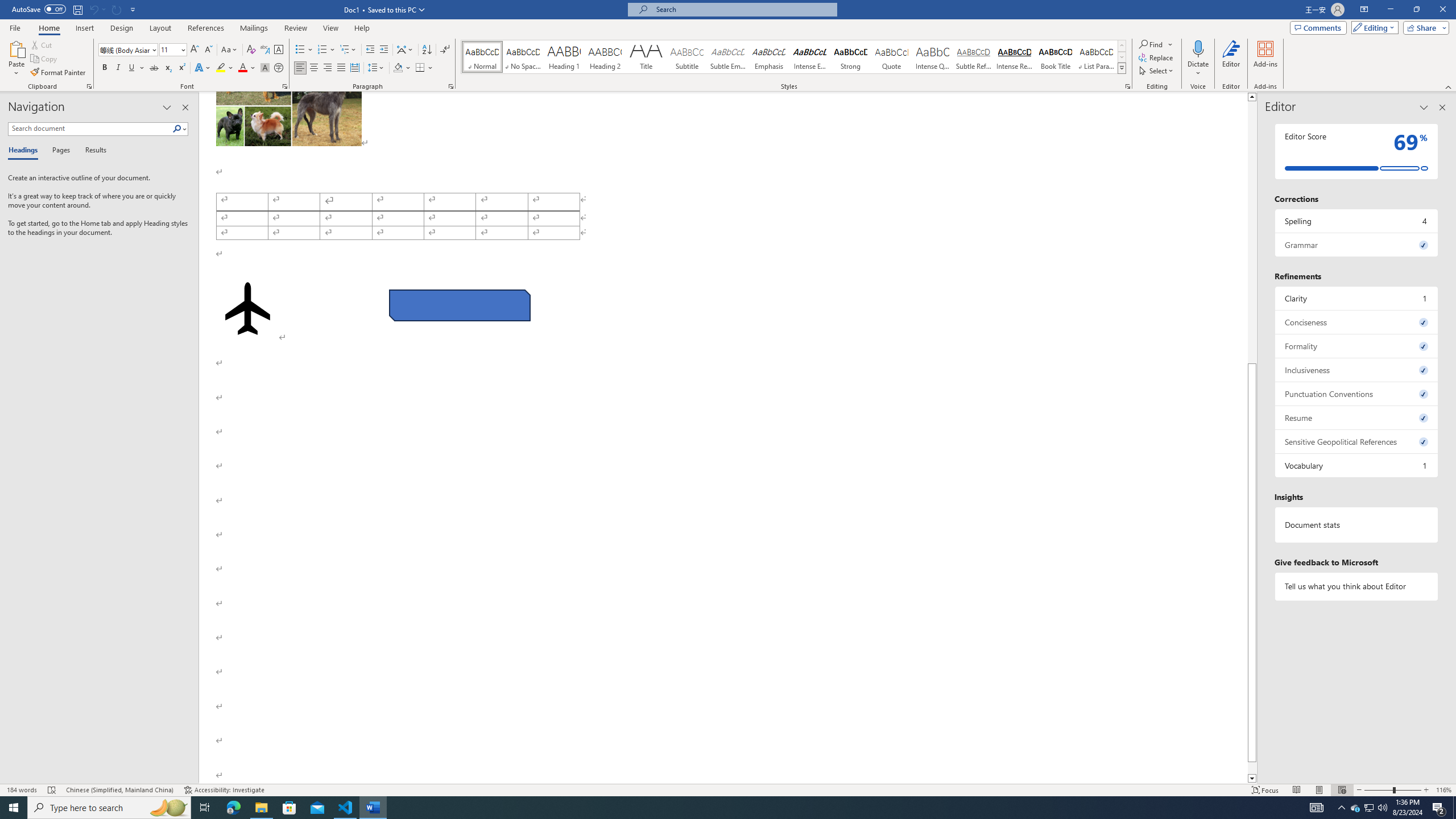  Describe the element at coordinates (728, 56) in the screenshot. I see `'Subtle Emphasis'` at that location.